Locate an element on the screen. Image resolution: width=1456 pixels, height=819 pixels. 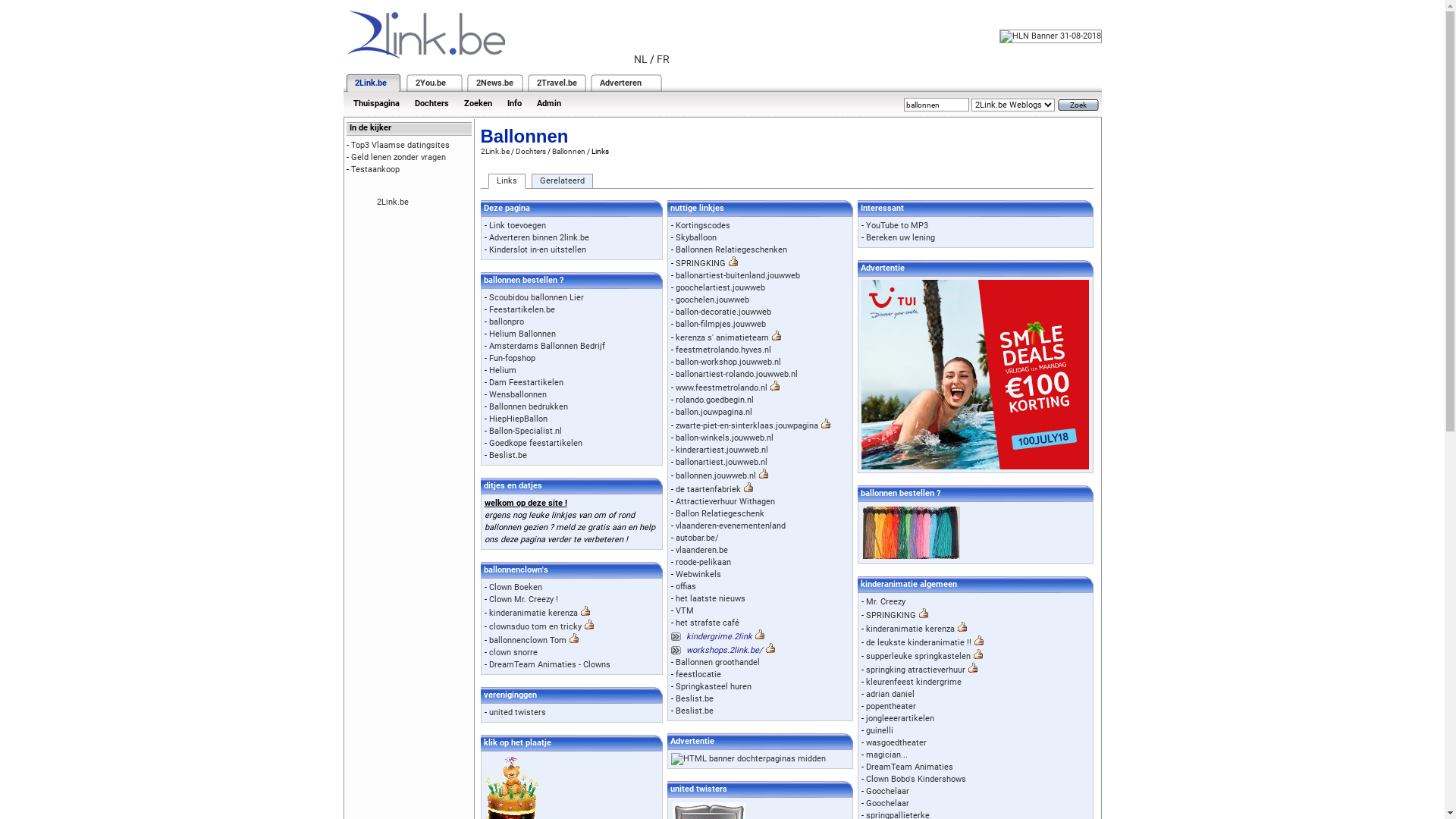
'de leukste kinderanimatie !!' is located at coordinates (918, 642).